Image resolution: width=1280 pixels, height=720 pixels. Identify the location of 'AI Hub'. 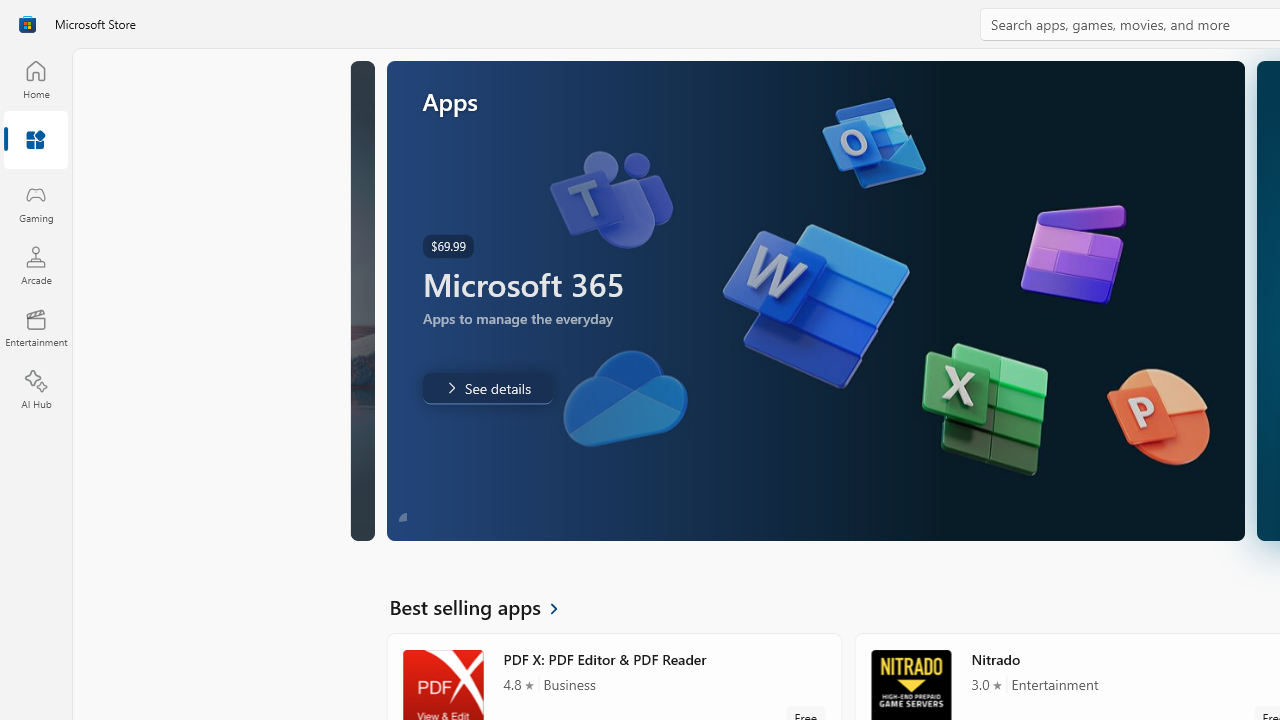
(35, 390).